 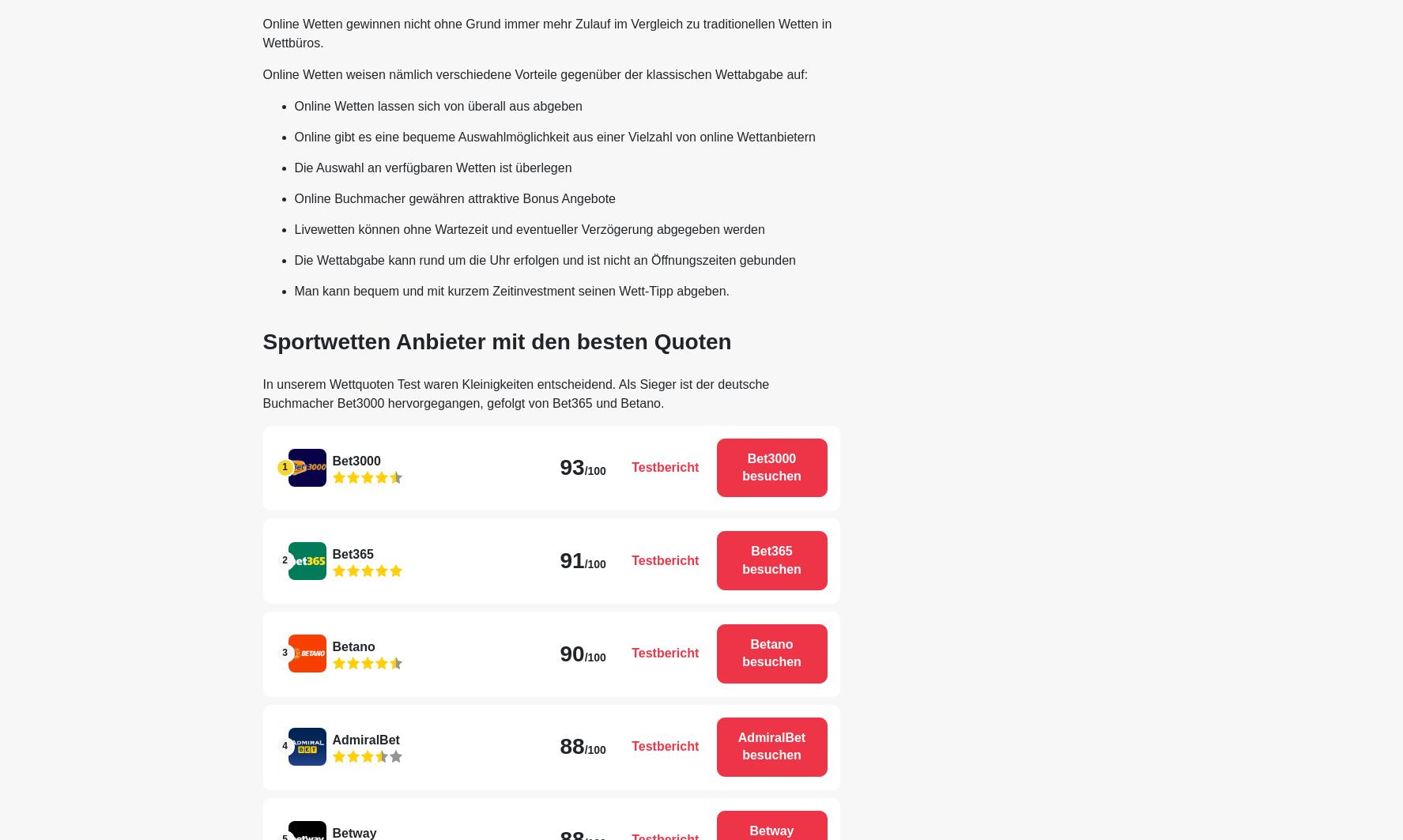 I want to click on 'Die Wettabgabe kann rund um die Uhr erfolgen und ist nicht an Öffnungszeiten gebunden', so click(x=544, y=259).